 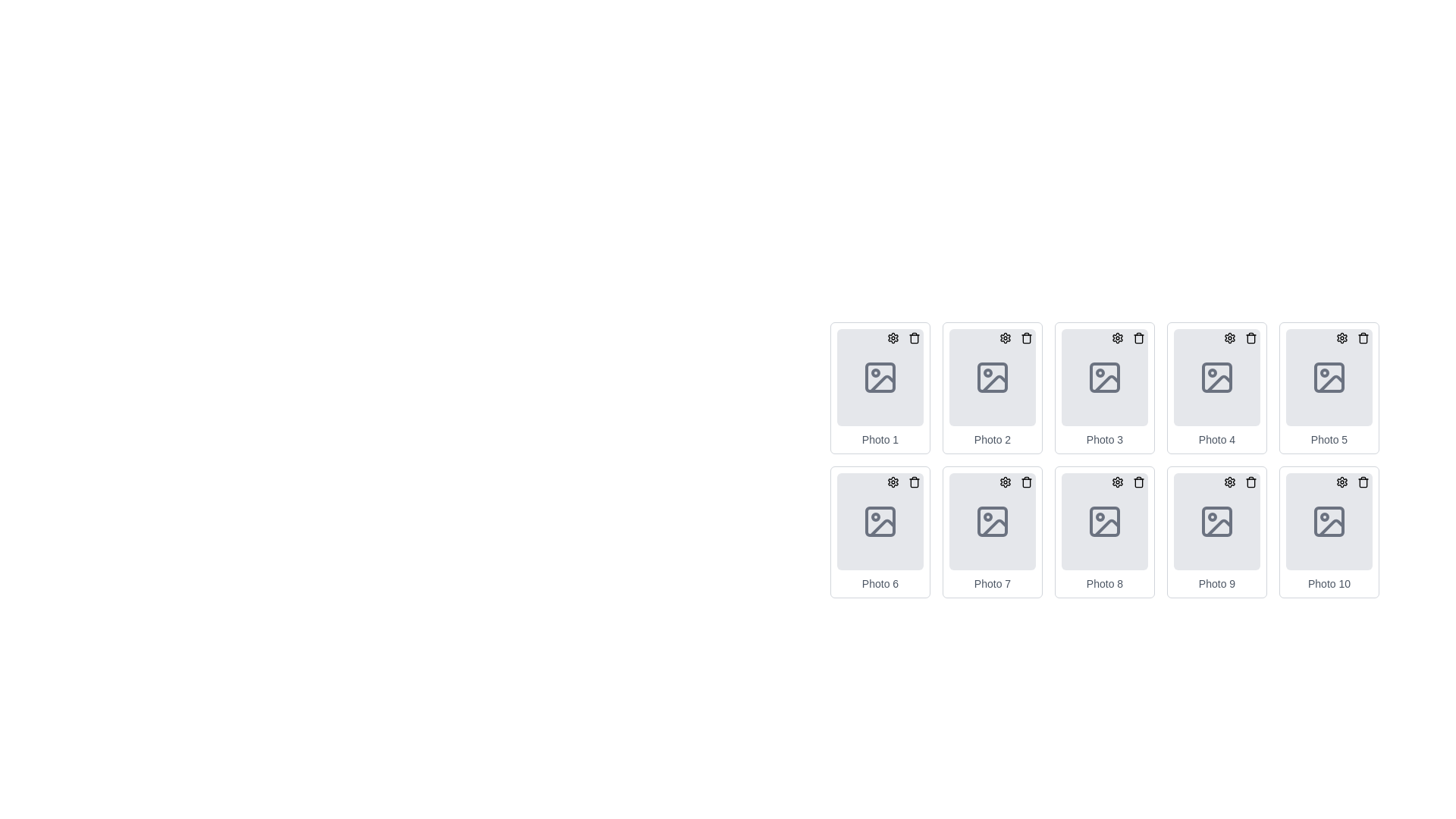 What do you see at coordinates (1117, 482) in the screenshot?
I see `the gear icon, which is a circular icon resembling a settings icon located in the toolbar of the 'Photo 8' card` at bounding box center [1117, 482].